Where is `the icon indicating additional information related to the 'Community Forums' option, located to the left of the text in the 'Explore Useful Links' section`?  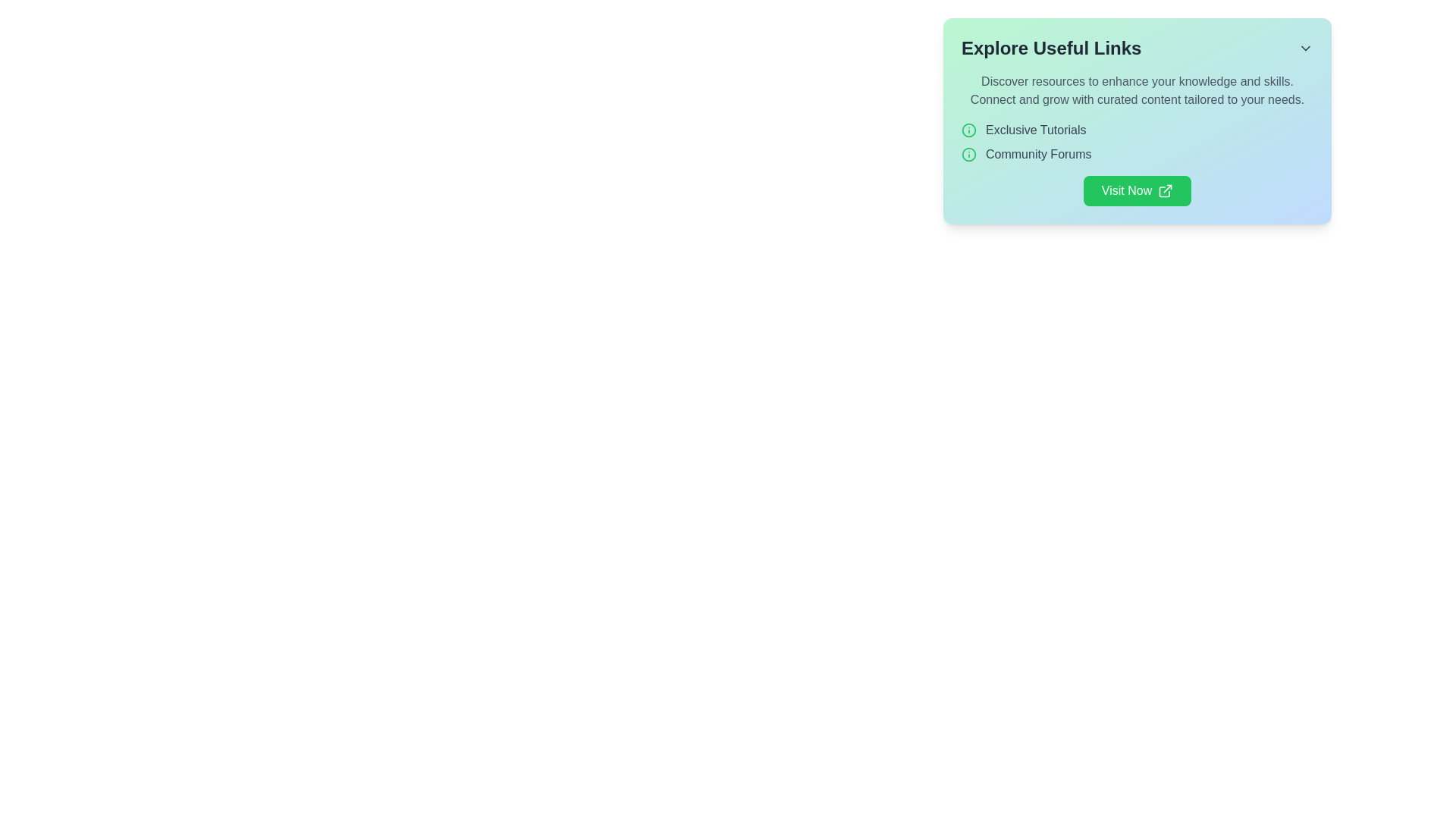 the icon indicating additional information related to the 'Community Forums' option, located to the left of the text in the 'Explore Useful Links' section is located at coordinates (968, 155).